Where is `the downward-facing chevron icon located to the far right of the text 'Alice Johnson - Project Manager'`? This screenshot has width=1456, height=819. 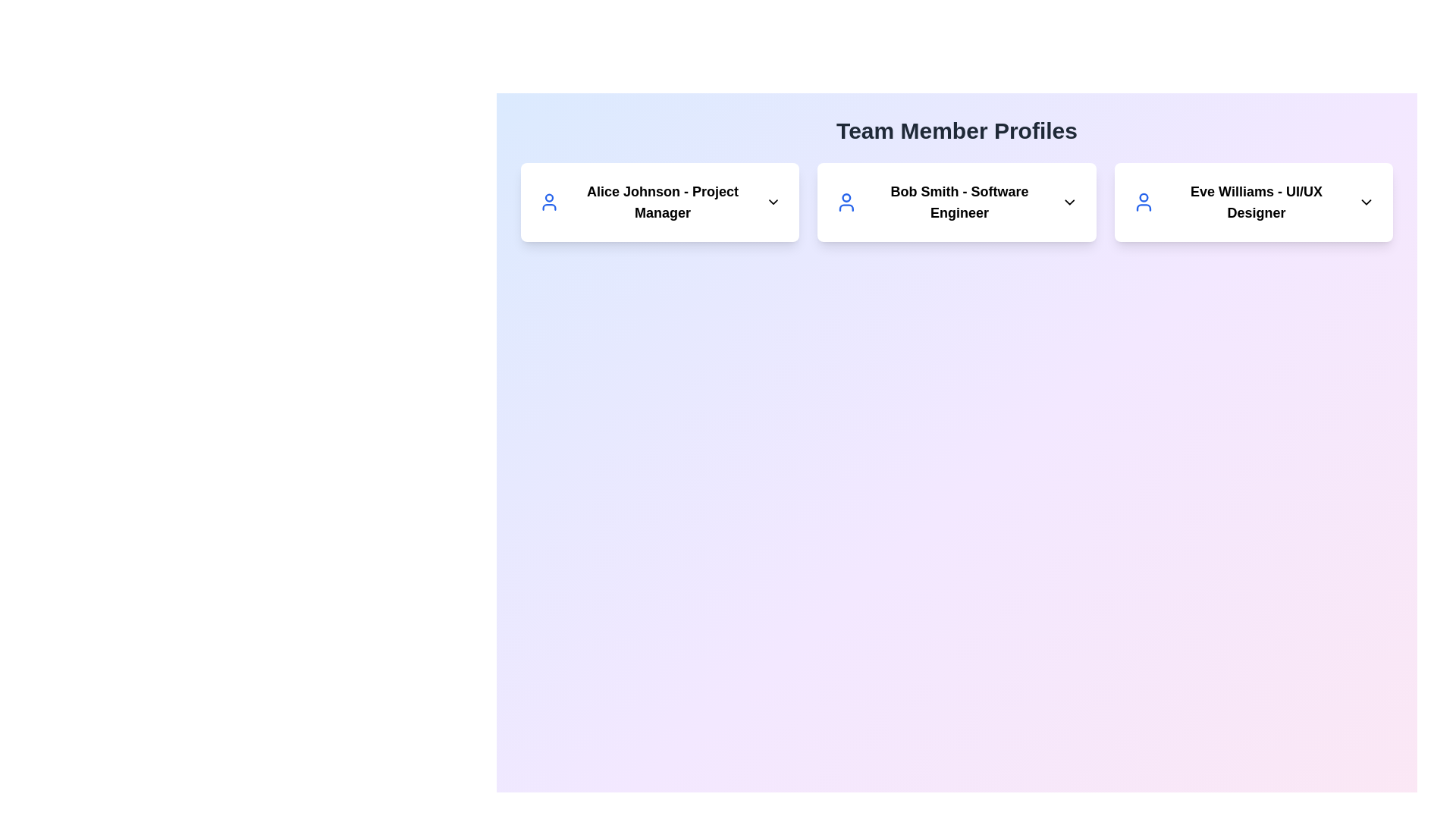 the downward-facing chevron icon located to the far right of the text 'Alice Johnson - Project Manager' is located at coordinates (773, 201).